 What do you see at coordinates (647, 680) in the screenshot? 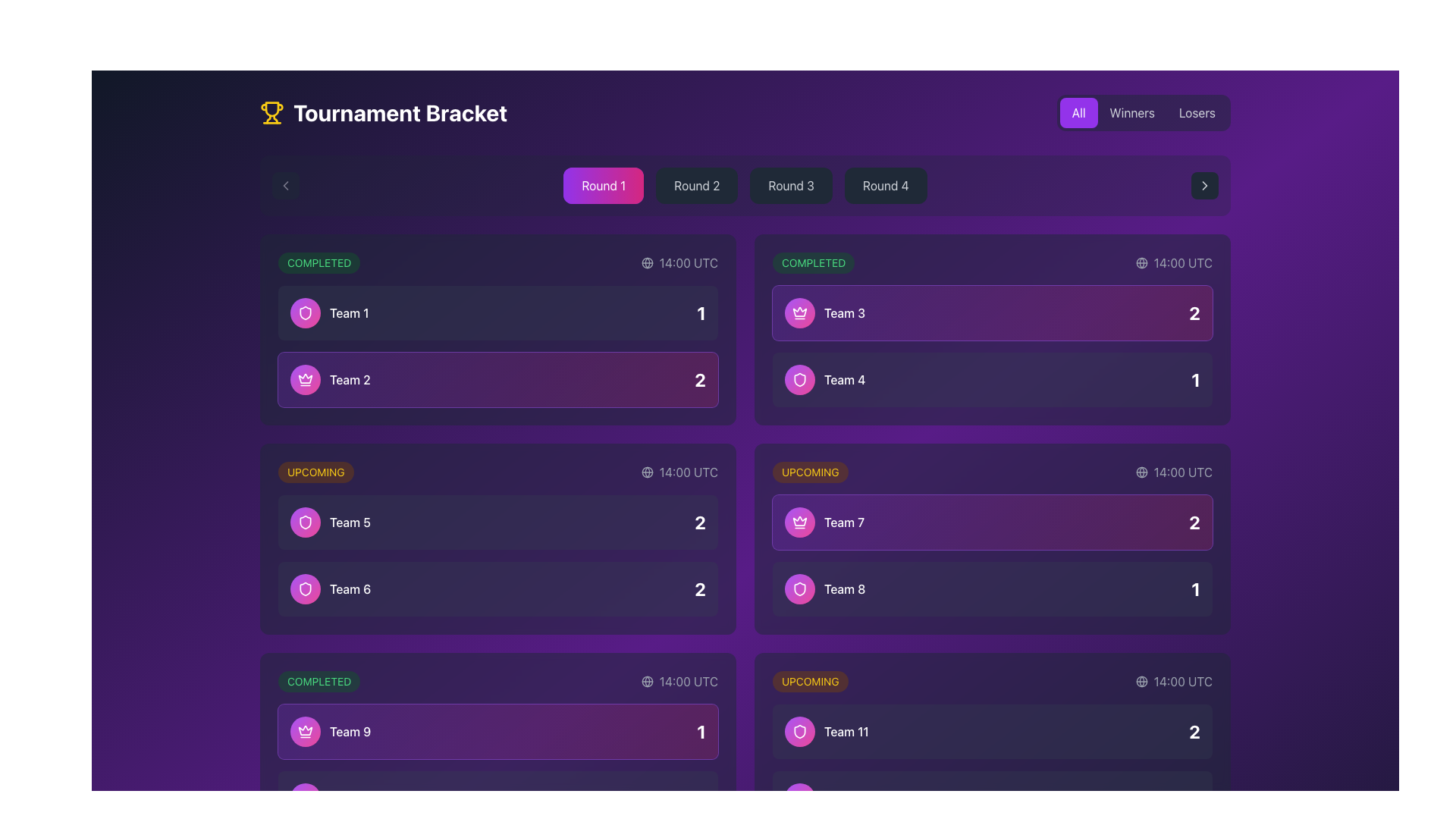
I see `the globe icon element that is part of a circular icon located to the left of the time label reading '14:00 UTC', which is associated with the score board for a match involving 'Team 9'` at bounding box center [647, 680].